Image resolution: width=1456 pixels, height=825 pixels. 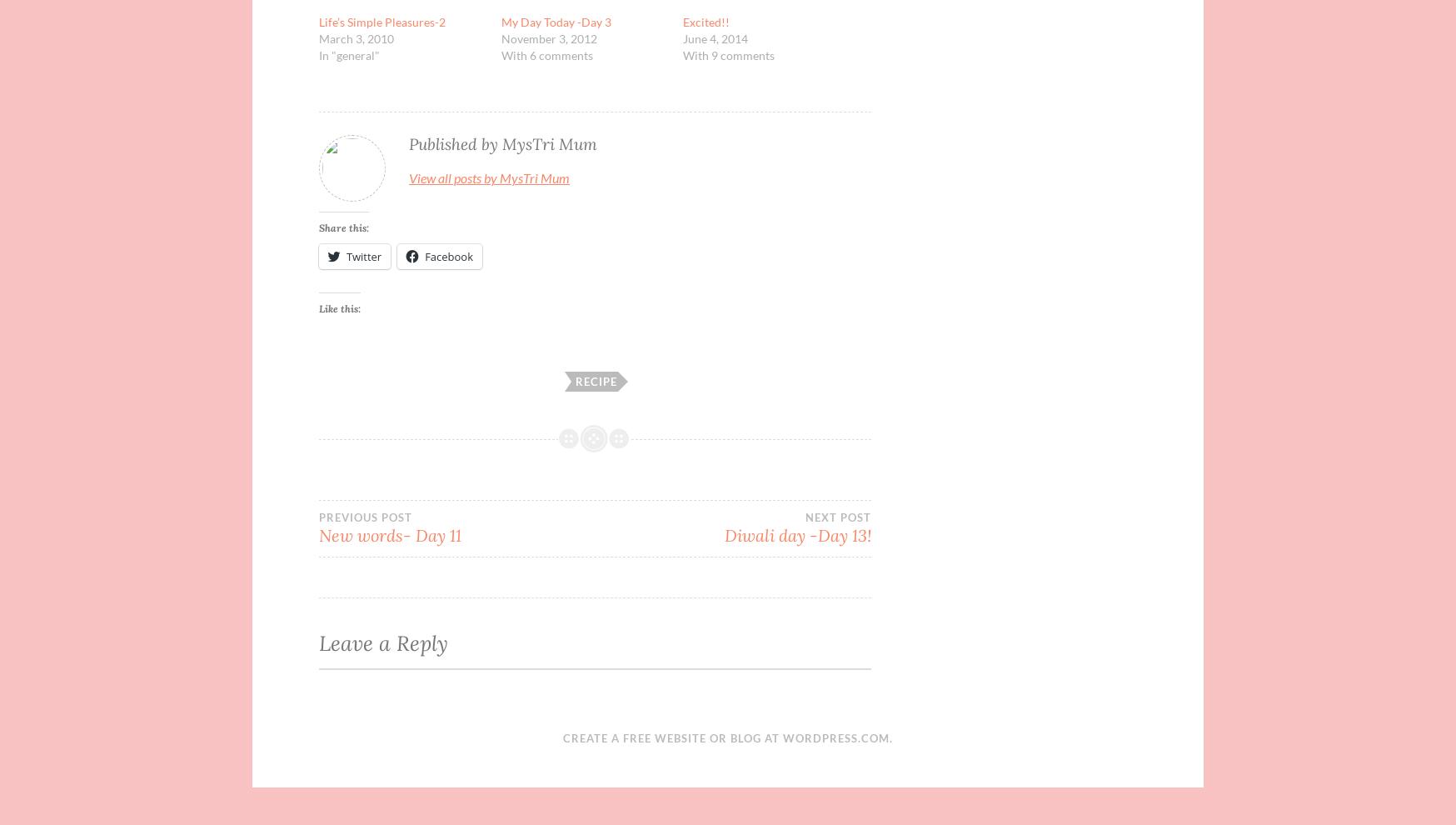 I want to click on 'Share this:', so click(x=318, y=227).